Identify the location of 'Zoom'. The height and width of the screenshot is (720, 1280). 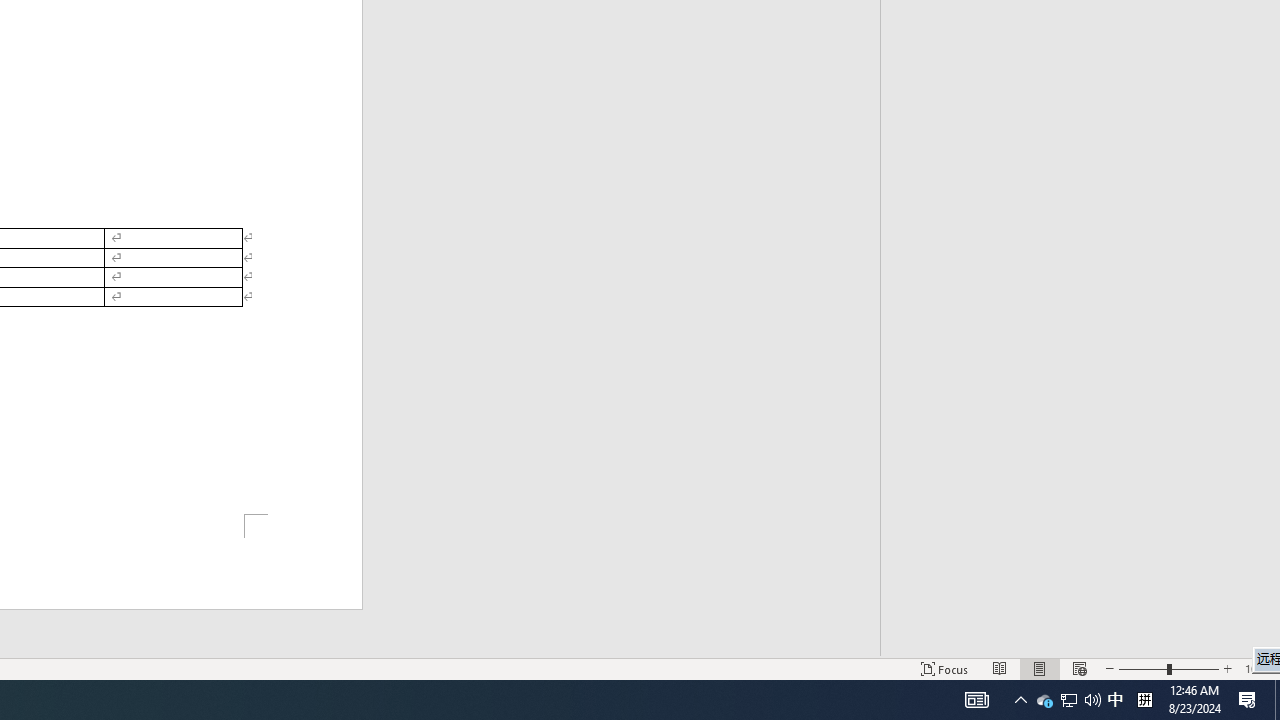
(1168, 669).